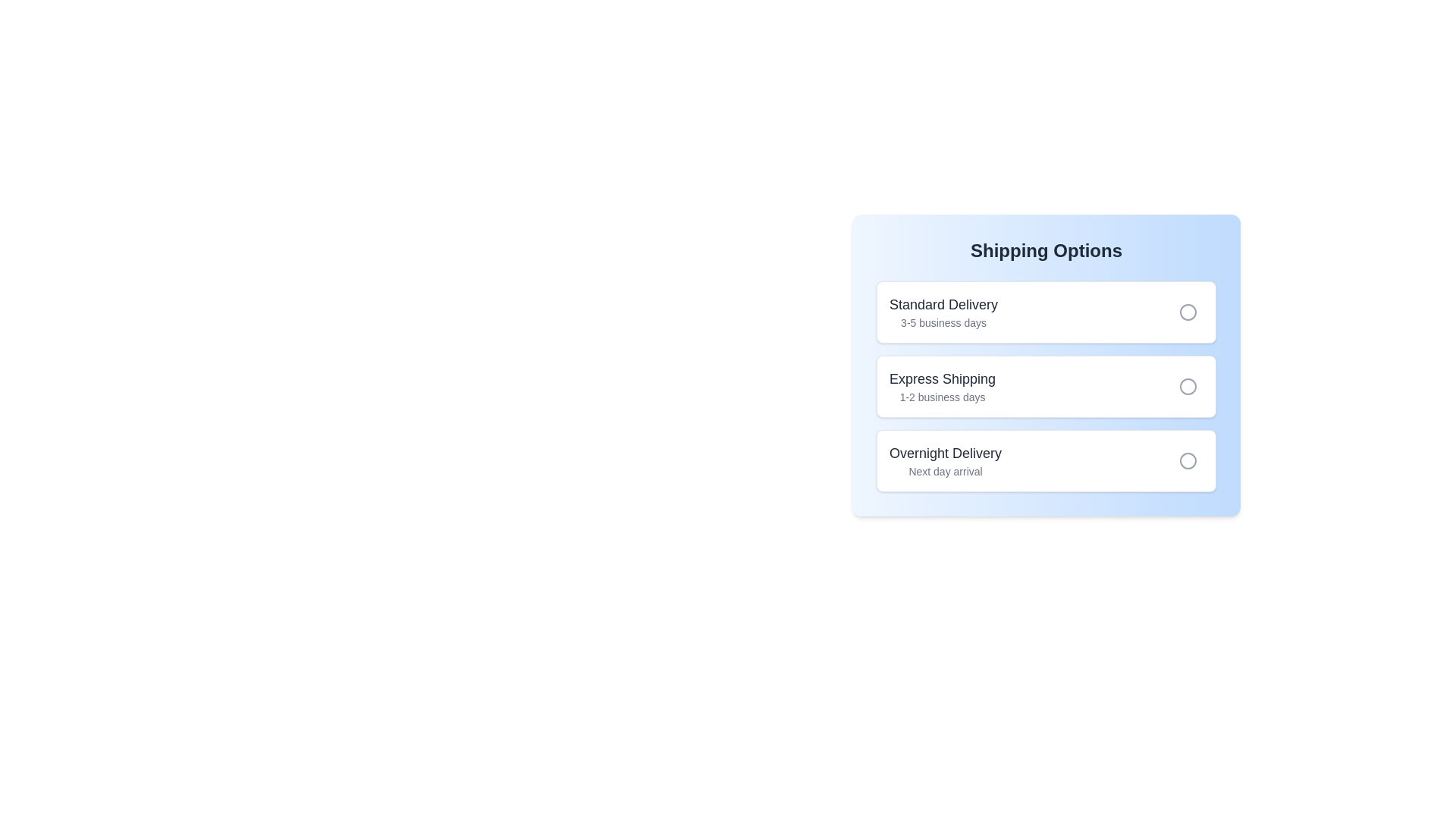 This screenshot has height=819, width=1456. Describe the element at coordinates (1046, 385) in the screenshot. I see `the circular selection indicator on the second delivery option card in the list of shipping options` at that location.